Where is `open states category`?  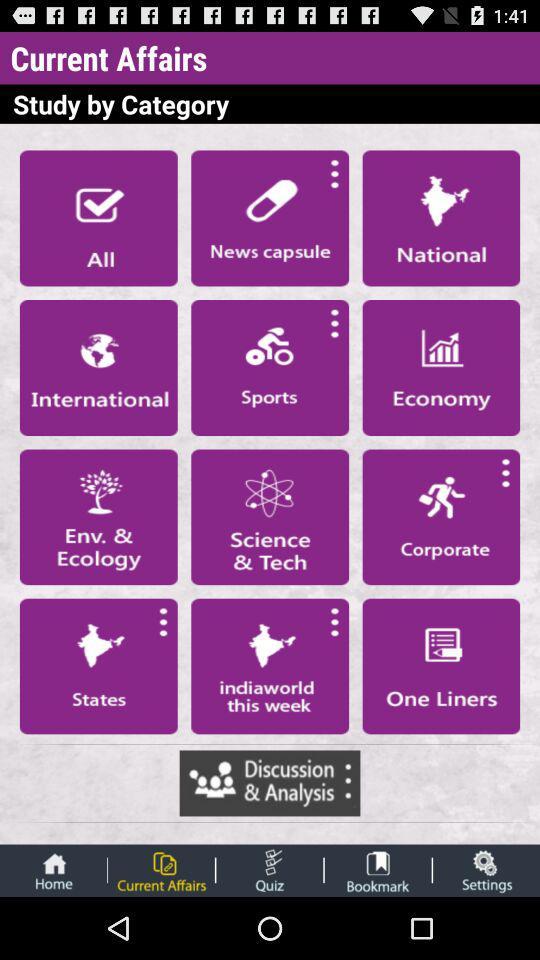 open states category is located at coordinates (97, 666).